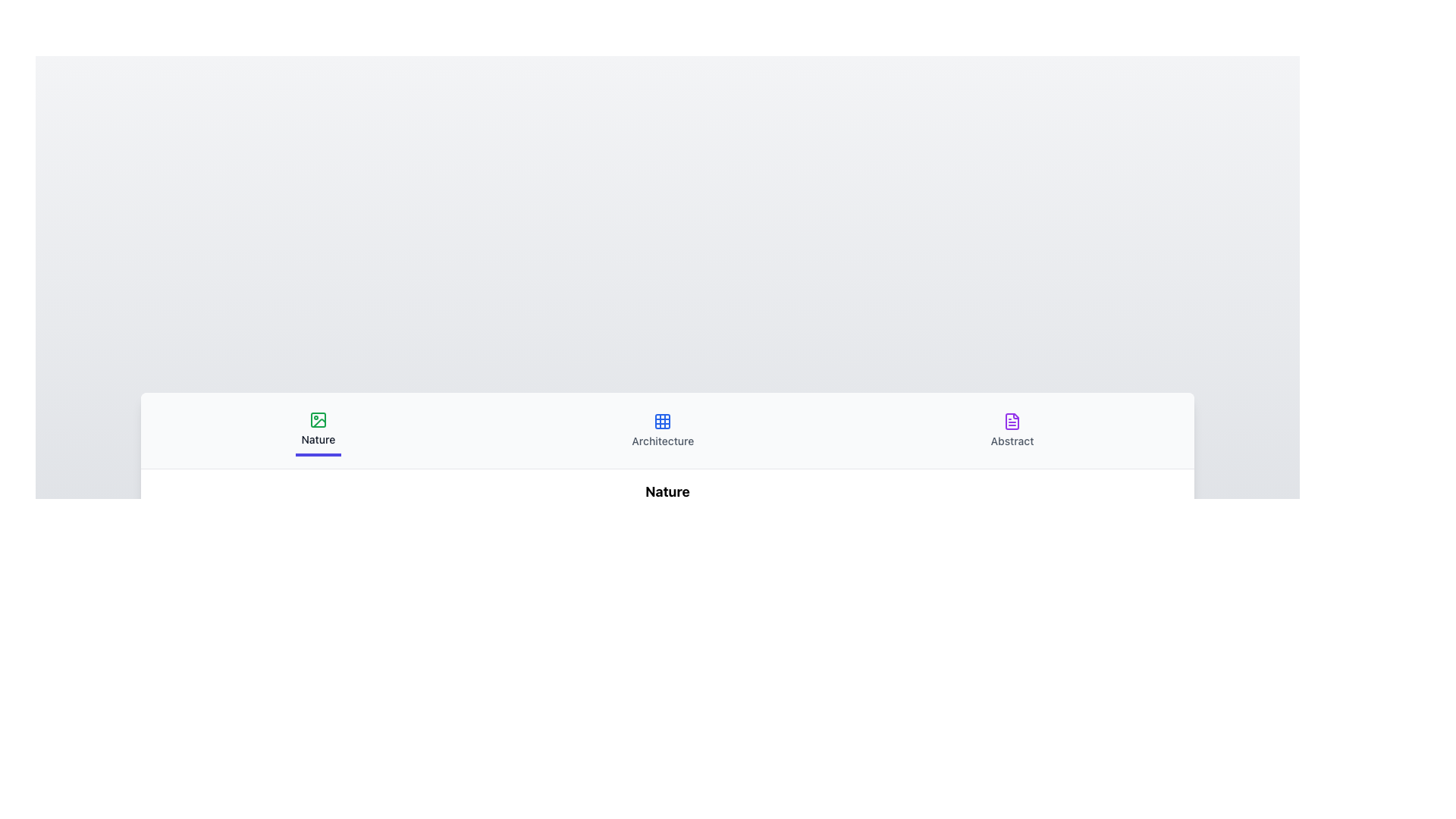 The image size is (1456, 819). Describe the element at coordinates (667, 491) in the screenshot. I see `the section that the bold, black text label displaying 'Nature' belongs to` at that location.